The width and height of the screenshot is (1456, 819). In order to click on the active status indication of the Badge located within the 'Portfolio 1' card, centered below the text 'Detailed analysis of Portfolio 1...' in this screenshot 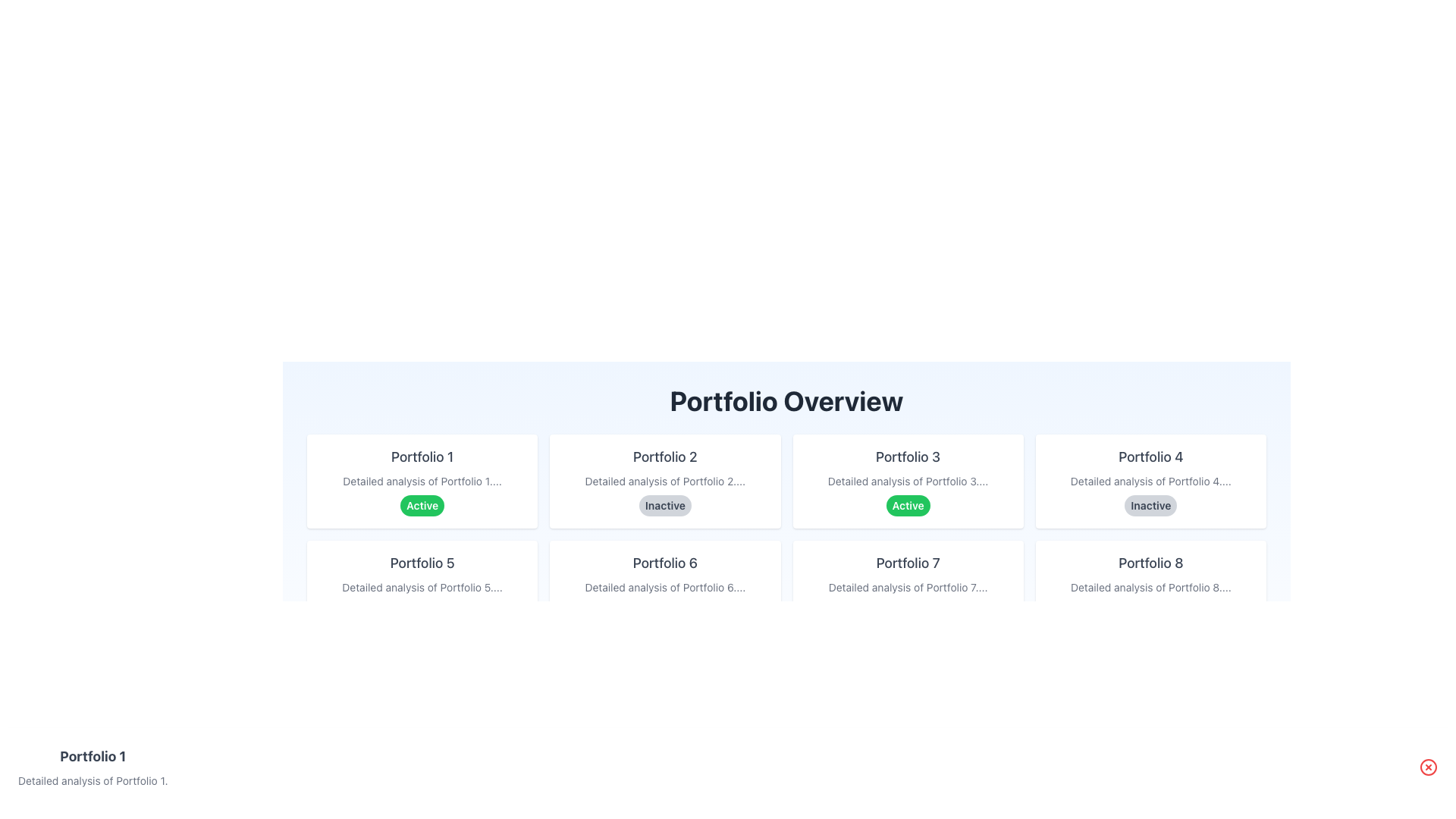, I will do `click(422, 506)`.